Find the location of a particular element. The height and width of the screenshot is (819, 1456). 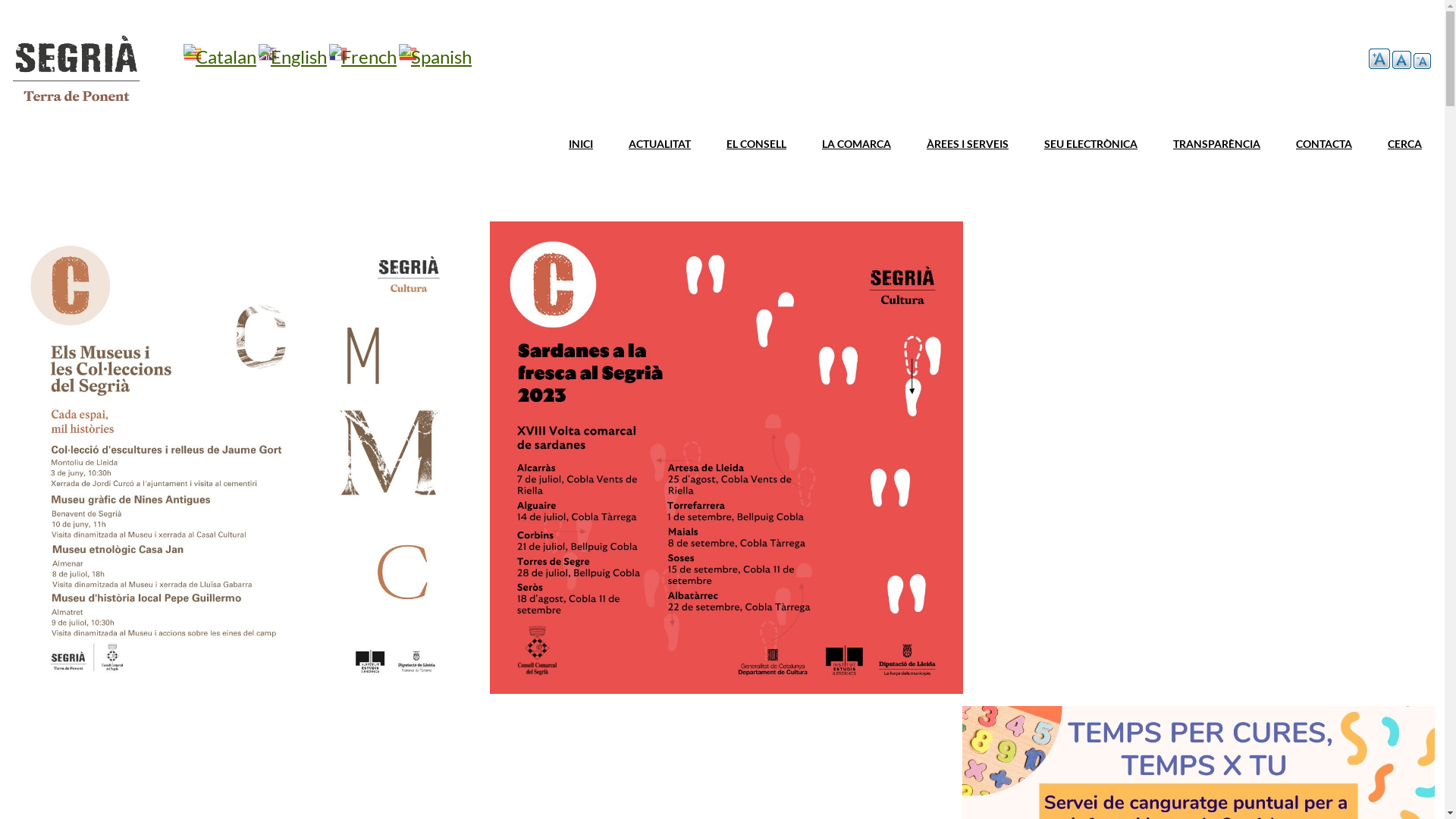

'EL CONSELL' is located at coordinates (756, 144).